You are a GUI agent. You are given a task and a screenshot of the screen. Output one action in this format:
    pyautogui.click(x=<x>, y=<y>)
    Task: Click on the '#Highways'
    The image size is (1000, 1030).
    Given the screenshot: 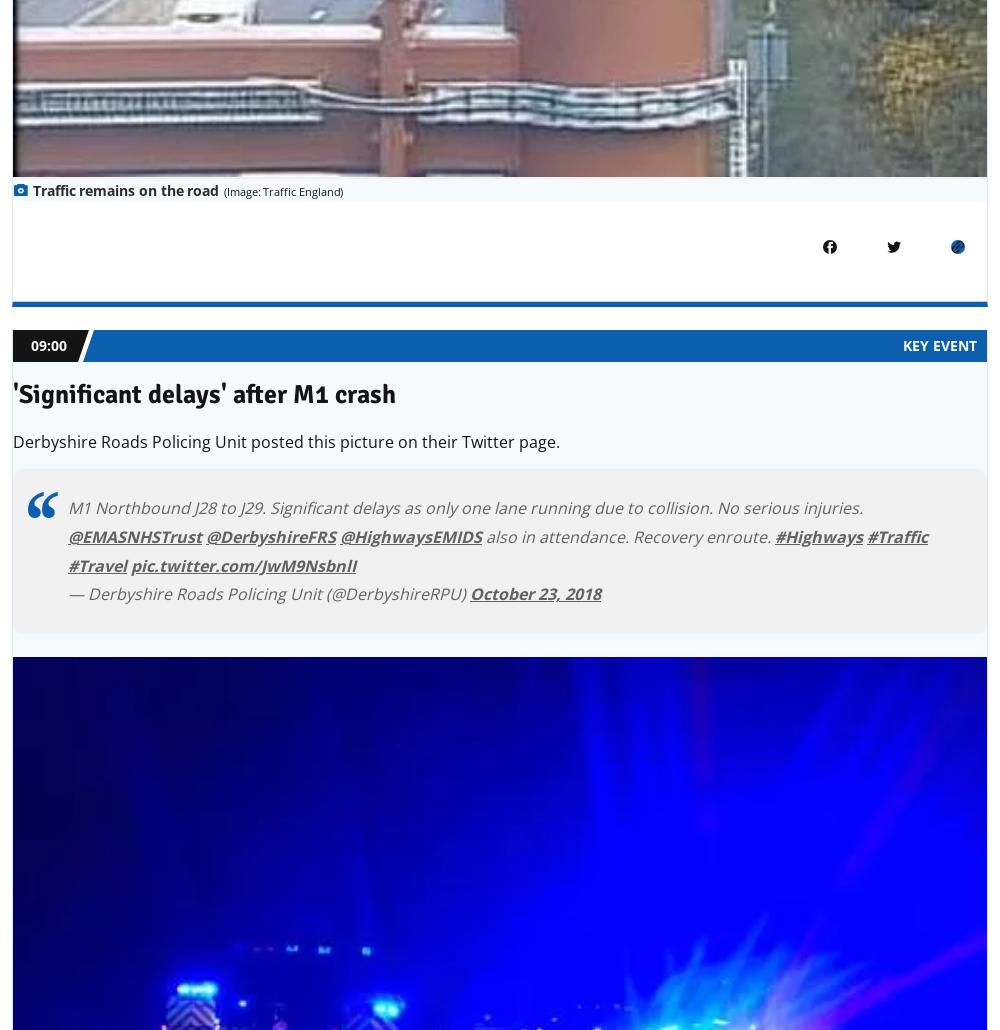 What is the action you would take?
    pyautogui.click(x=818, y=536)
    